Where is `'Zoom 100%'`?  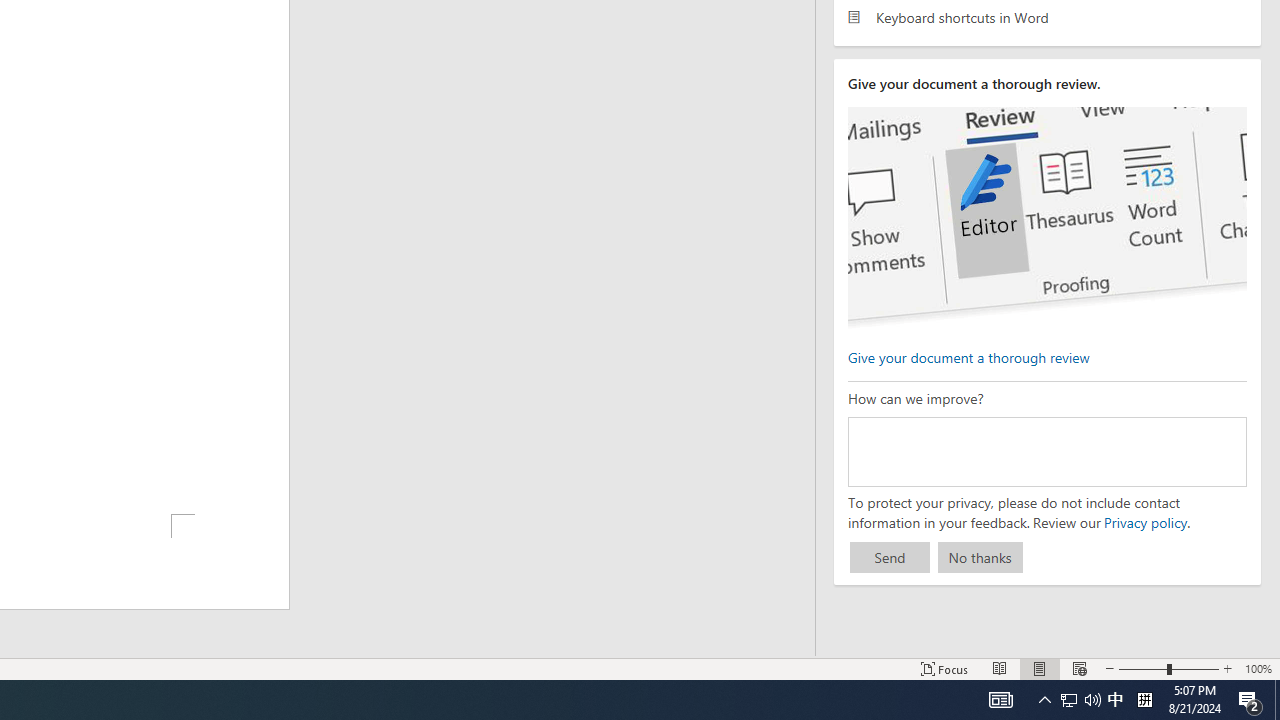 'Zoom 100%' is located at coordinates (1257, 669).